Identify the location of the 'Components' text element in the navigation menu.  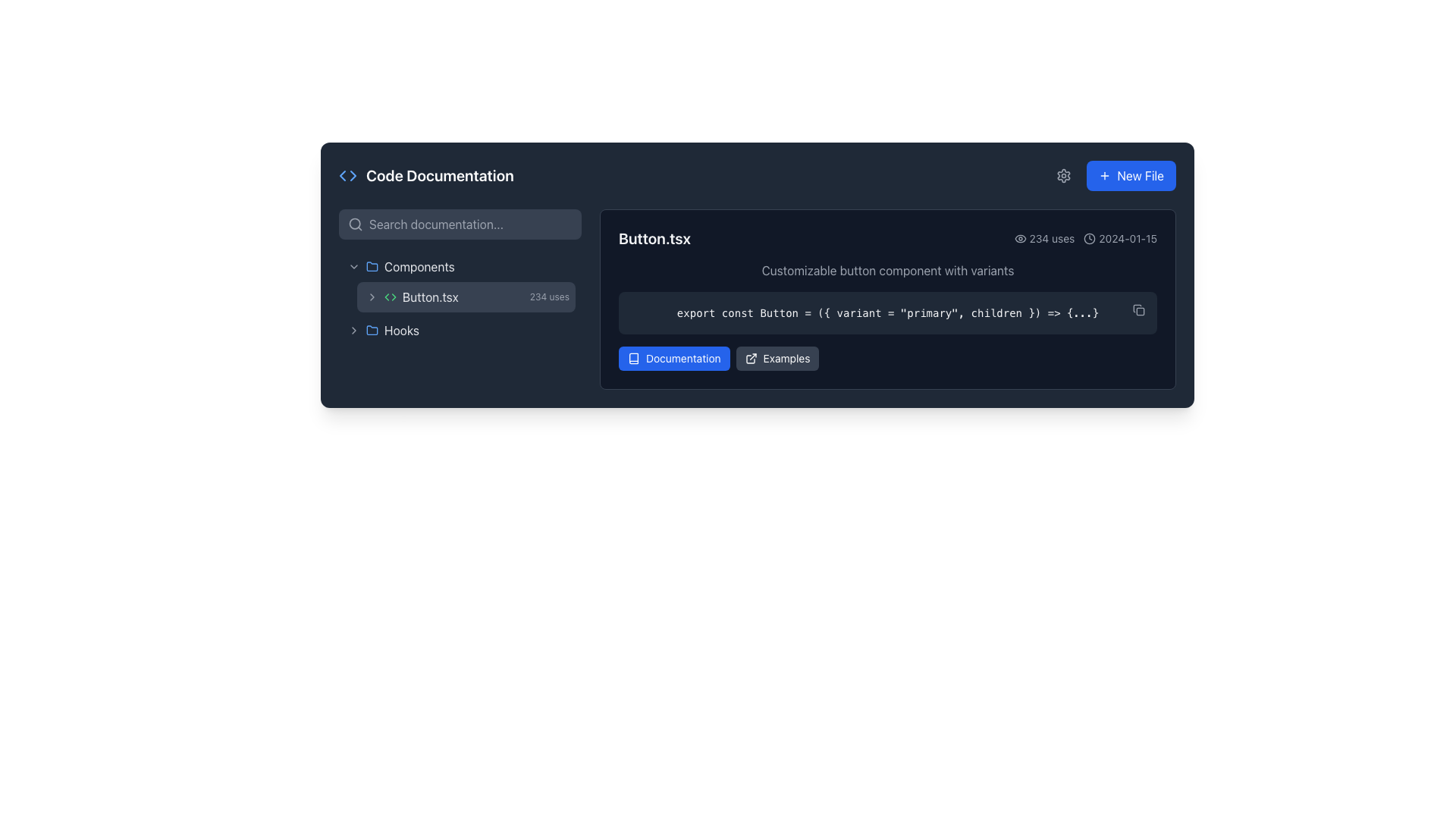
(419, 265).